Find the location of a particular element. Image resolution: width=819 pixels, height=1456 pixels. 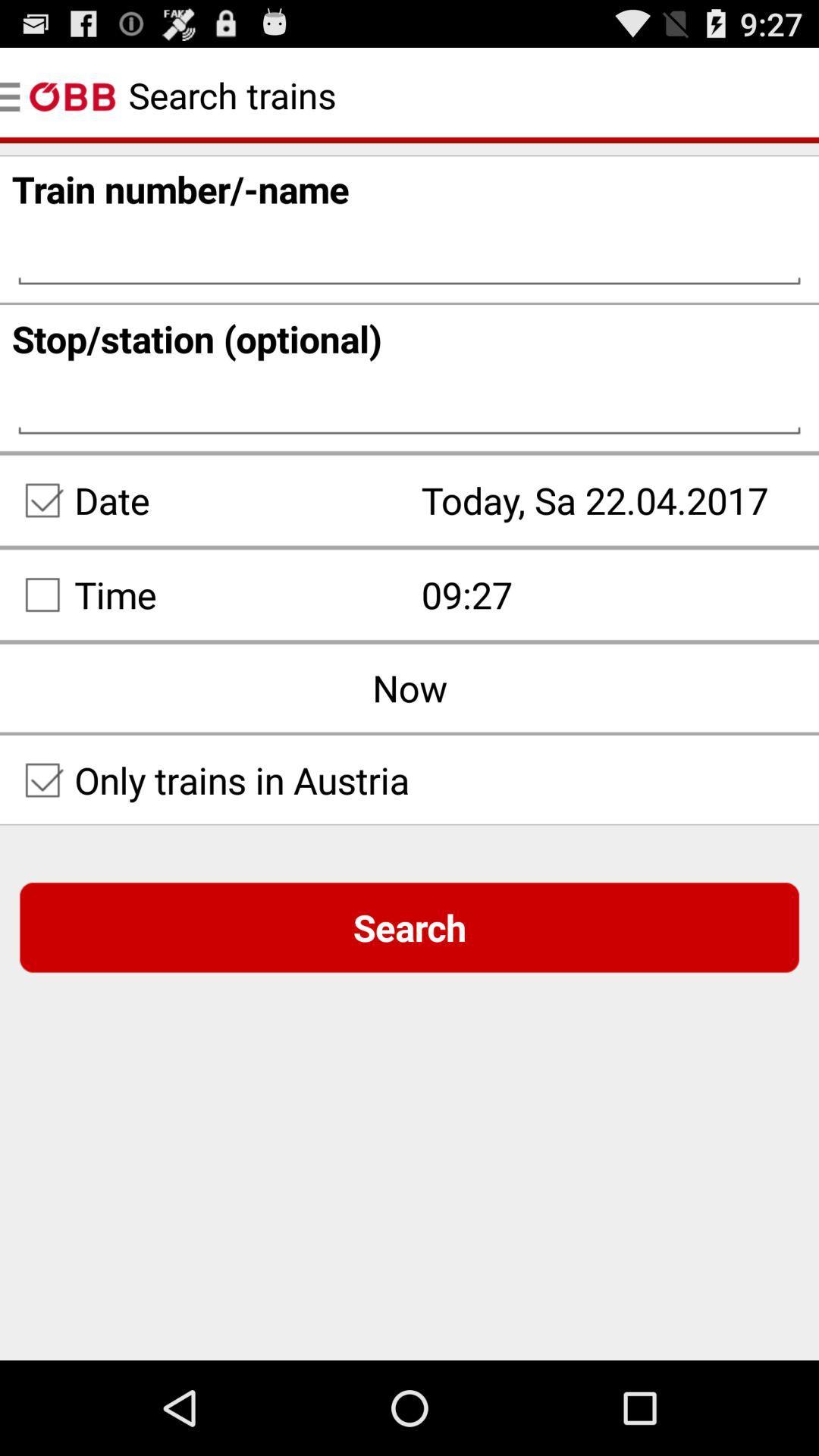

the 1st text field on the web page is located at coordinates (409, 253).